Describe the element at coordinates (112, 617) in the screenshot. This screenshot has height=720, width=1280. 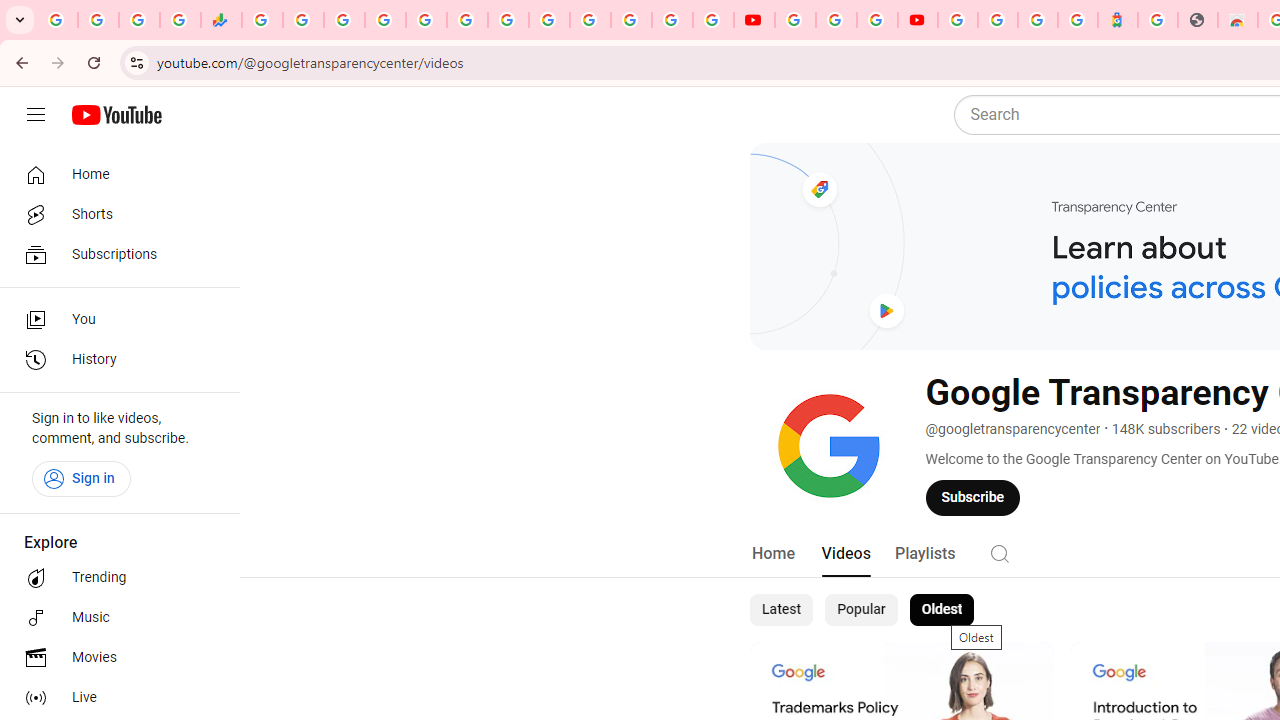
I see `'Music'` at that location.